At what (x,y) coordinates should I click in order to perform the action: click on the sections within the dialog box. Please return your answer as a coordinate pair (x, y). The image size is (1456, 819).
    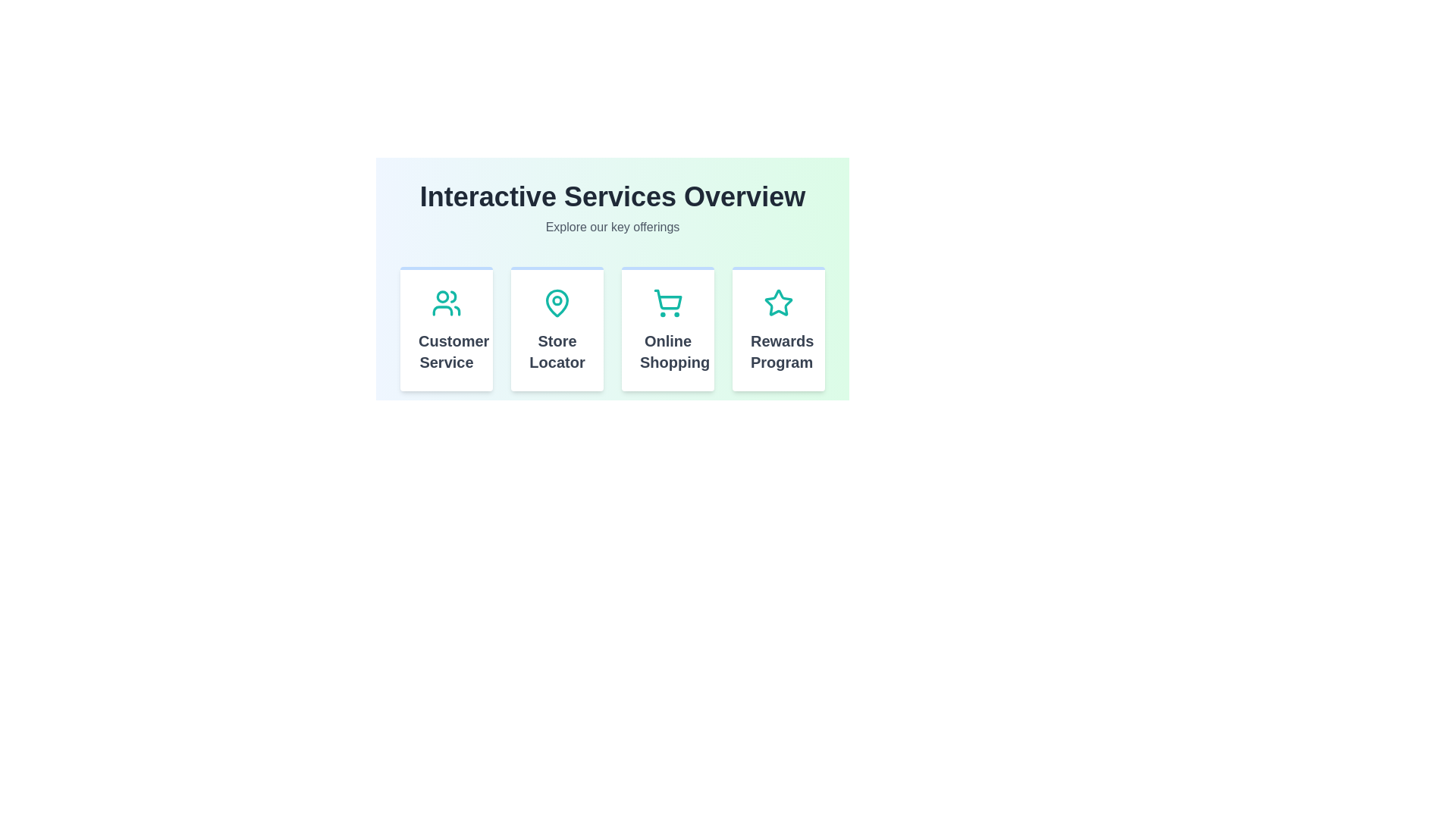
    Looking at the image, I should click on (612, 268).